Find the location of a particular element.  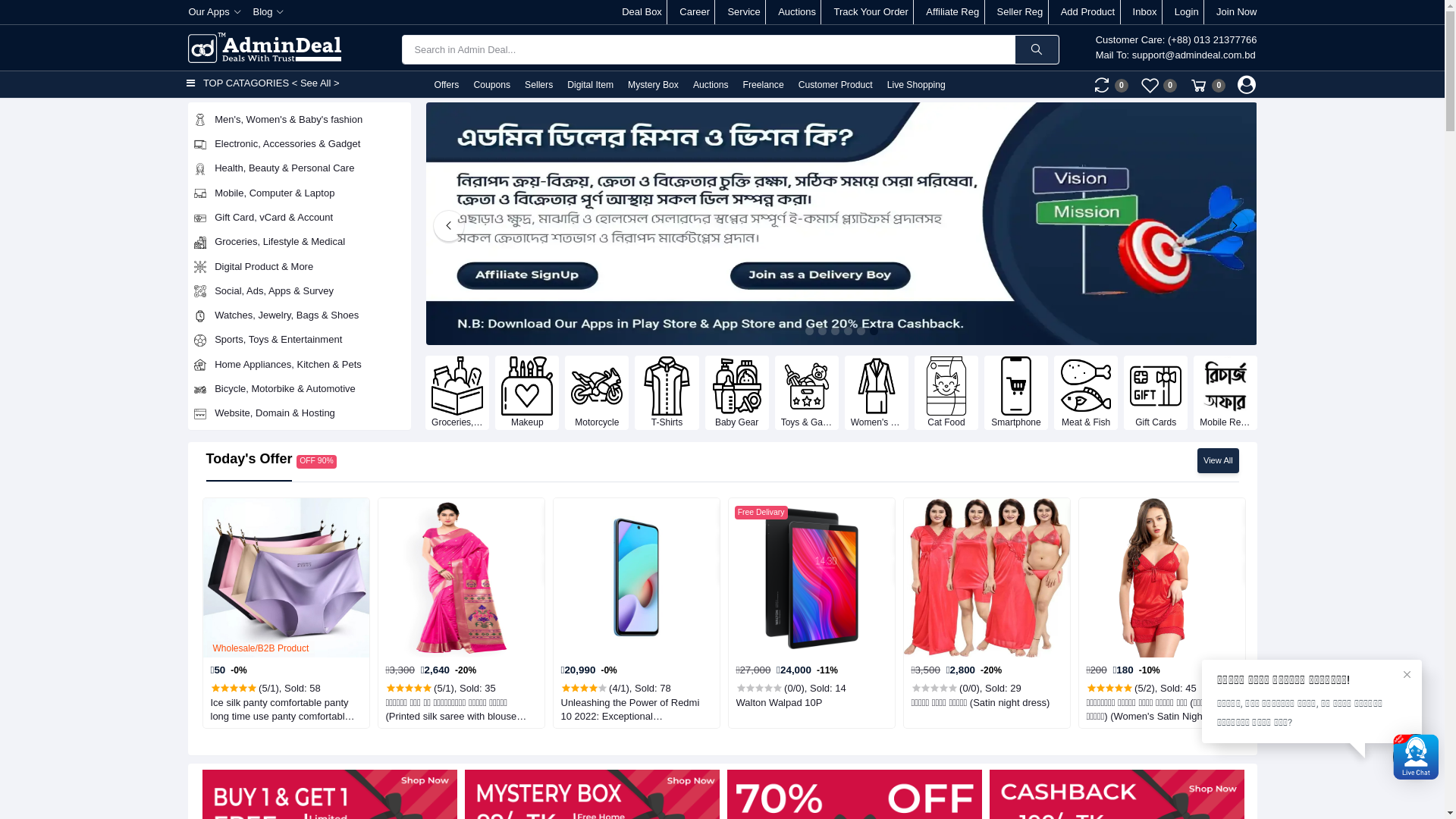

'Auctions' is located at coordinates (709, 84).